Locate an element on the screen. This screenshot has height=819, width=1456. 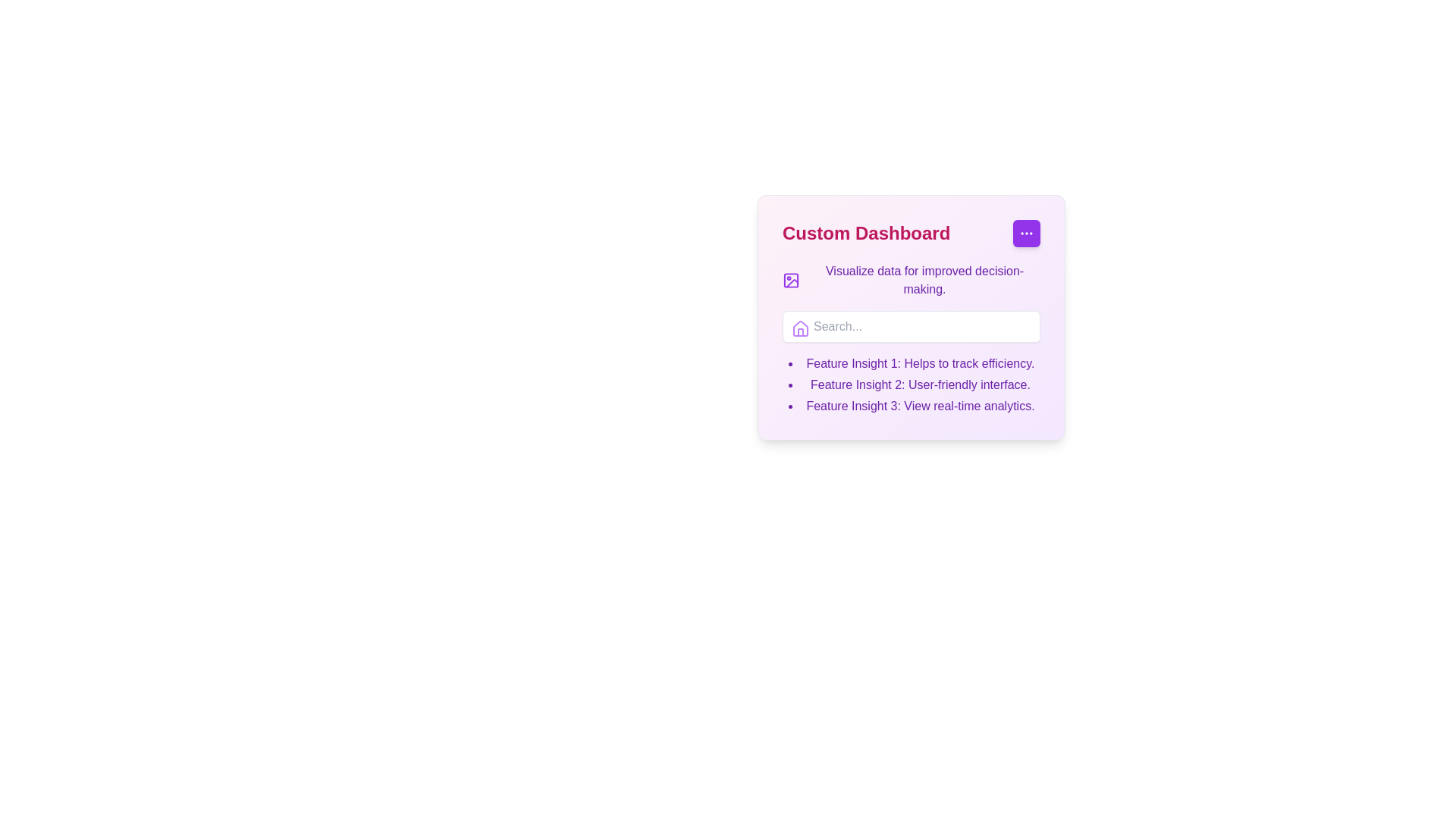
over the Text Input Field located below the 'Custom Dashboard' heading and above the bullet-point list is located at coordinates (910, 326).